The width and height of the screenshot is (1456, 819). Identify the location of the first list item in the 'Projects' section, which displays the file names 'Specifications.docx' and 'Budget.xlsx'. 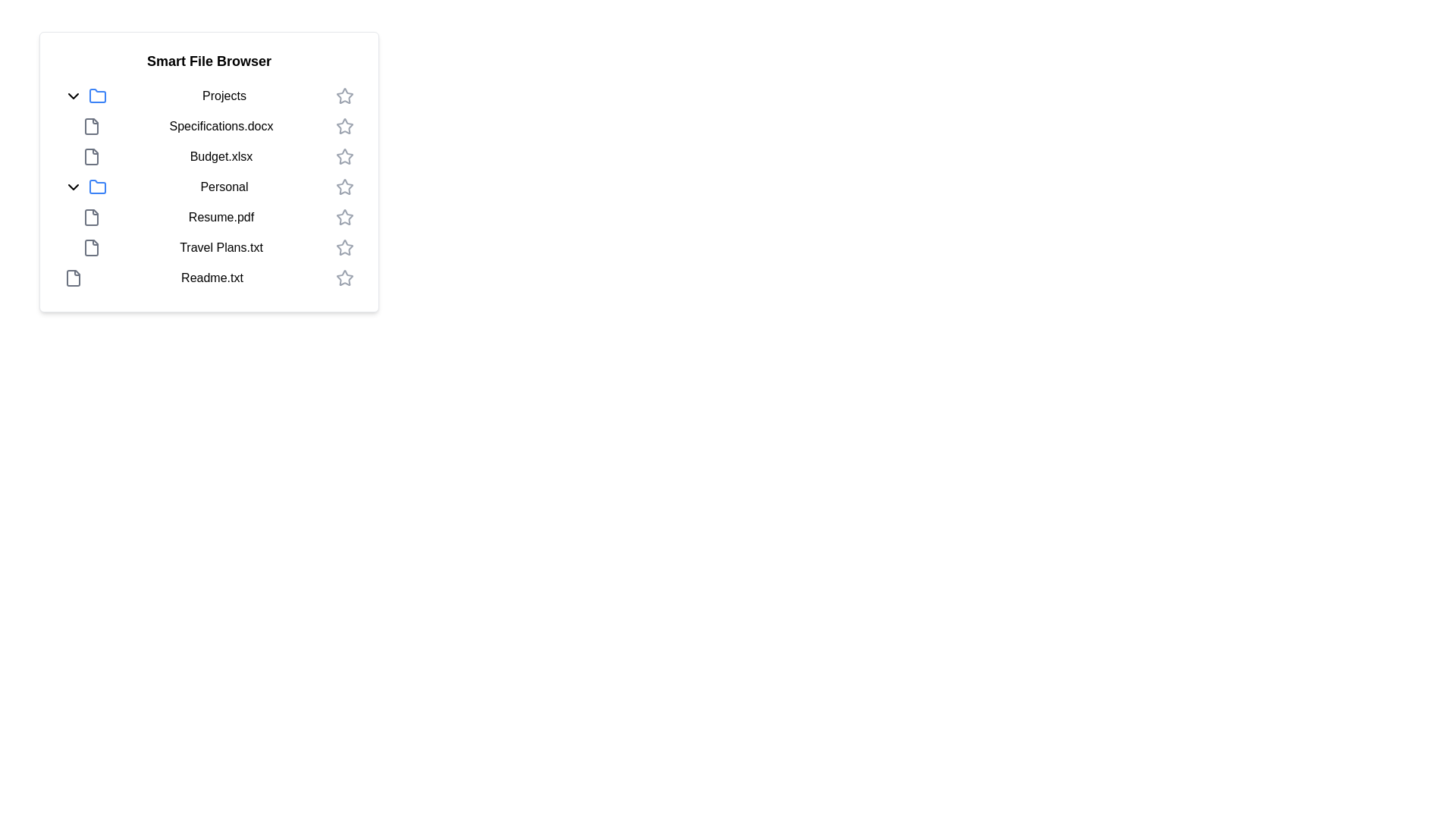
(208, 141).